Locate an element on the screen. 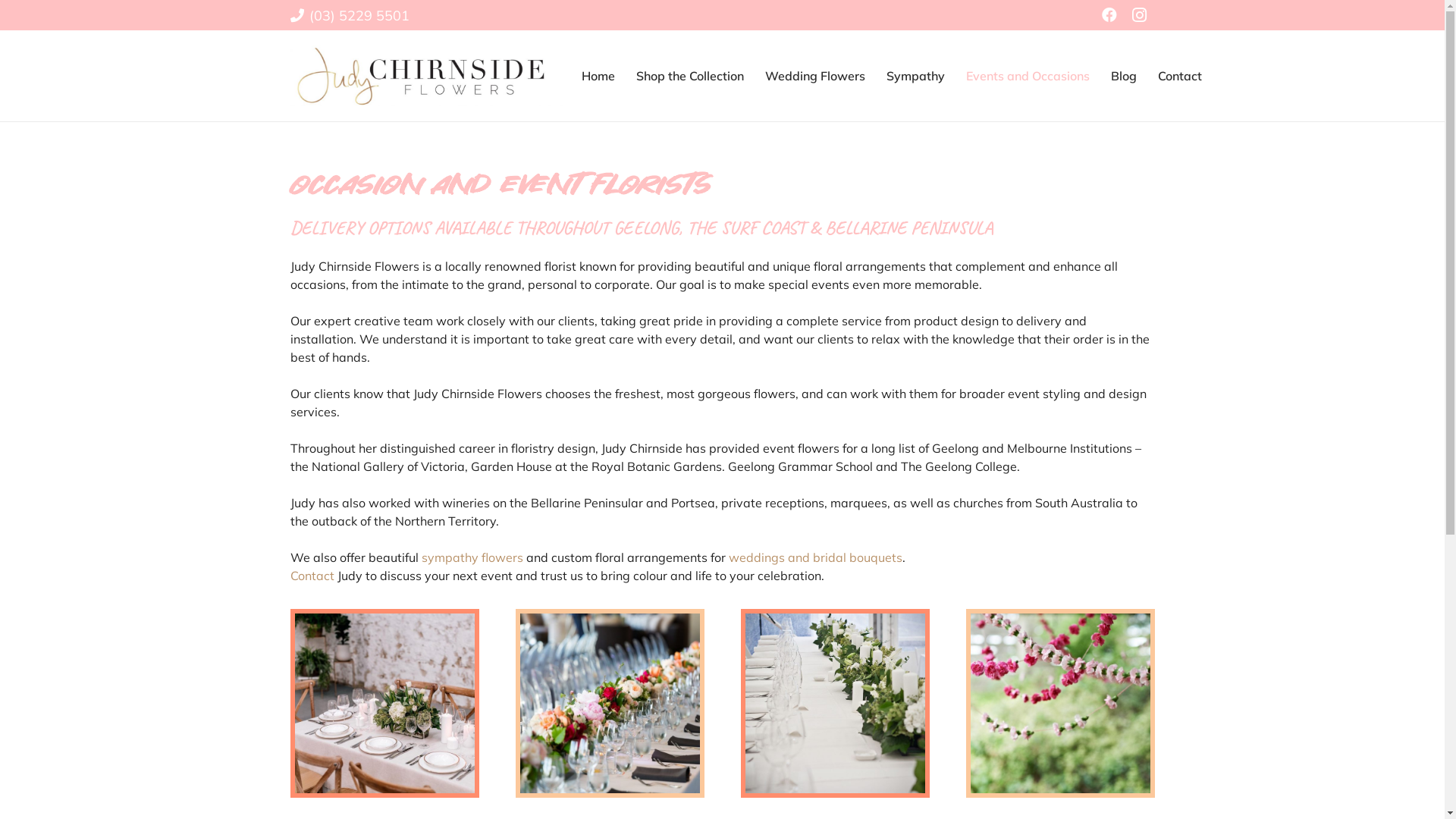  'weddings and bridal bouquets' is located at coordinates (728, 557).